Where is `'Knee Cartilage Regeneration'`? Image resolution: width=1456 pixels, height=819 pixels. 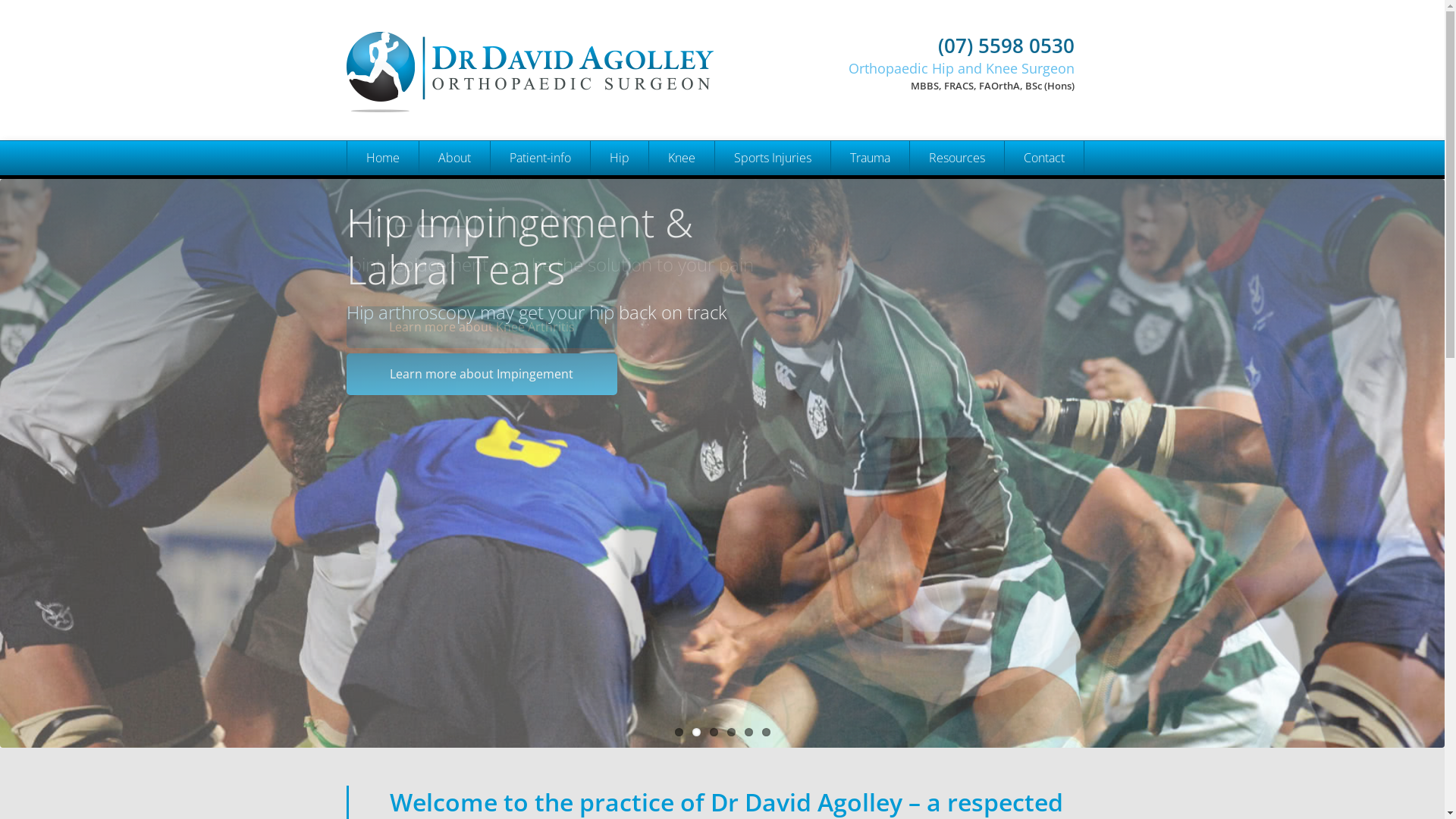
'Knee Cartilage Regeneration' is located at coordinates (679, 431).